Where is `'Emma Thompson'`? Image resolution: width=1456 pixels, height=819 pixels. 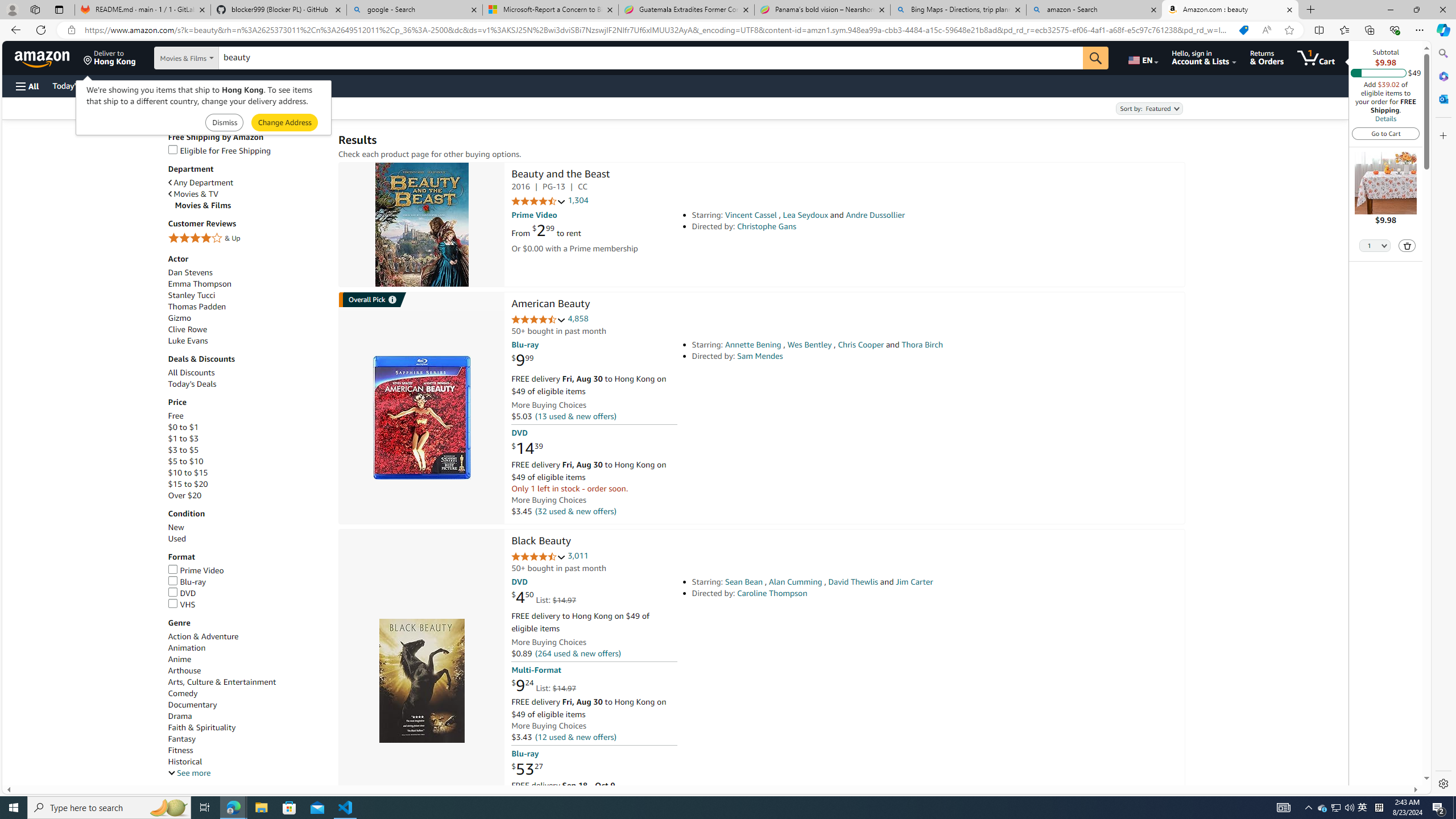
'Emma Thompson' is located at coordinates (247, 283).